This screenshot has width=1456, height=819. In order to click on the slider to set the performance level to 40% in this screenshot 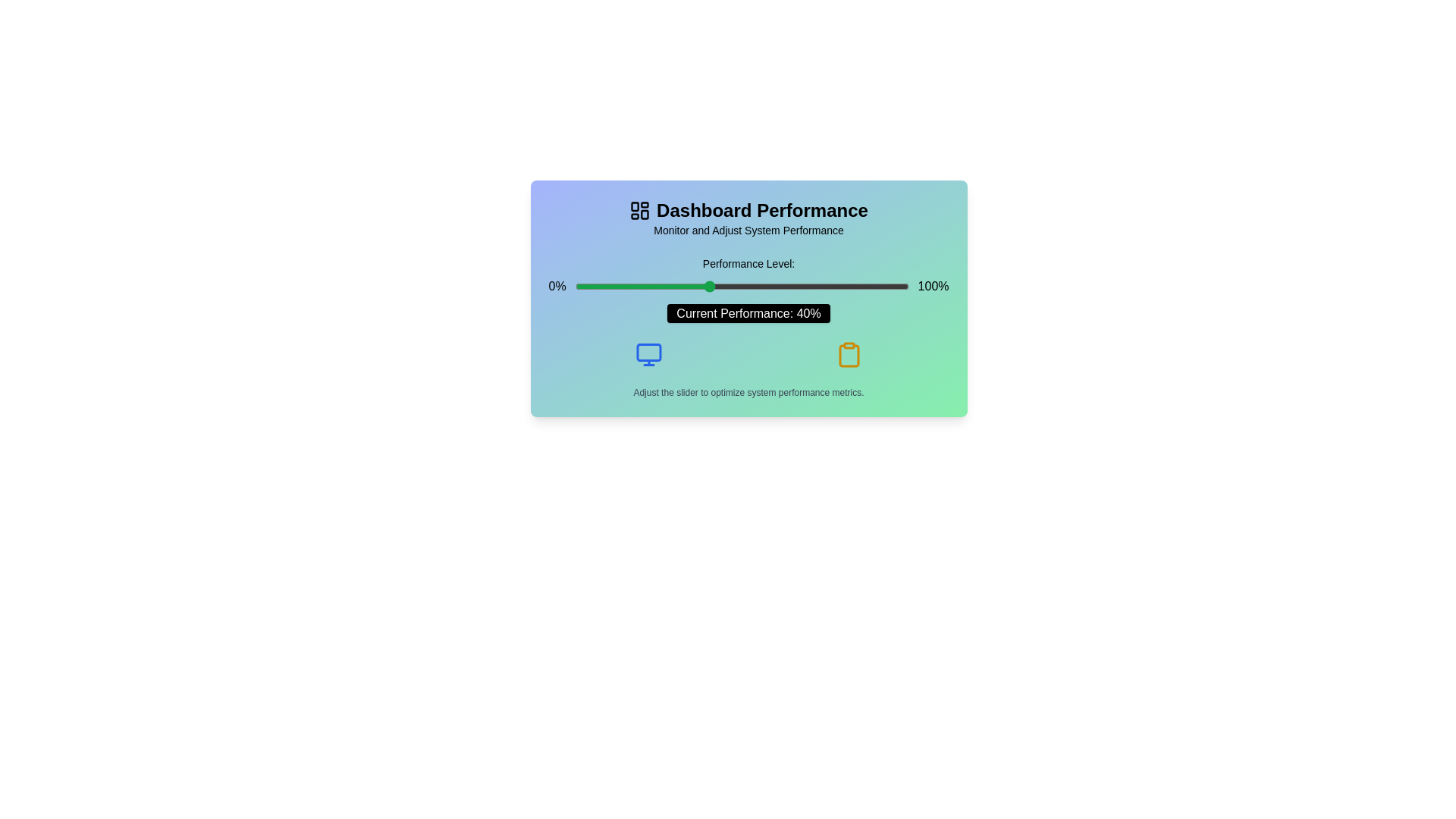, I will do `click(708, 287)`.